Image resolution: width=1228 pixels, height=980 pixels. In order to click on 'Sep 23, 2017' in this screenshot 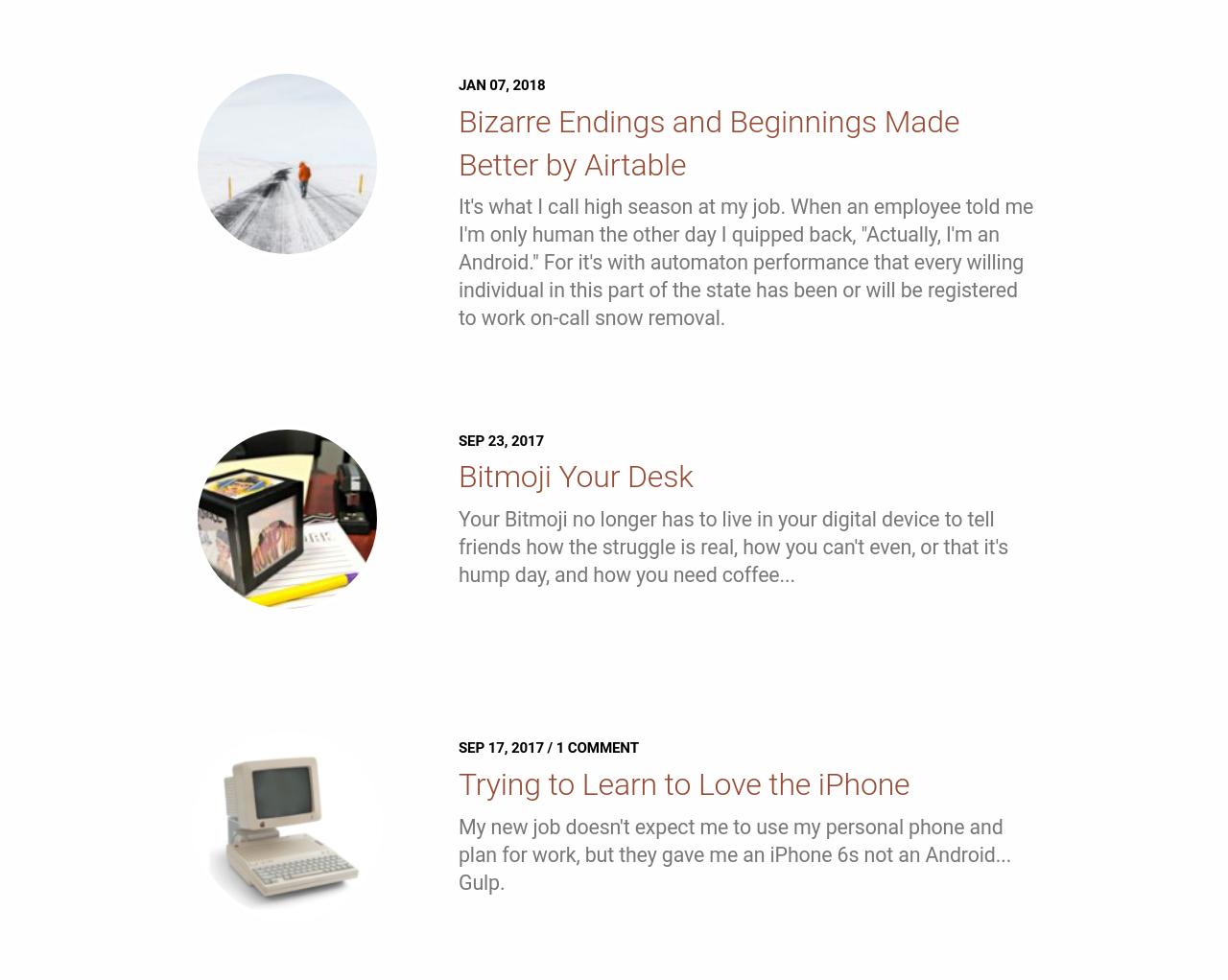, I will do `click(457, 438)`.